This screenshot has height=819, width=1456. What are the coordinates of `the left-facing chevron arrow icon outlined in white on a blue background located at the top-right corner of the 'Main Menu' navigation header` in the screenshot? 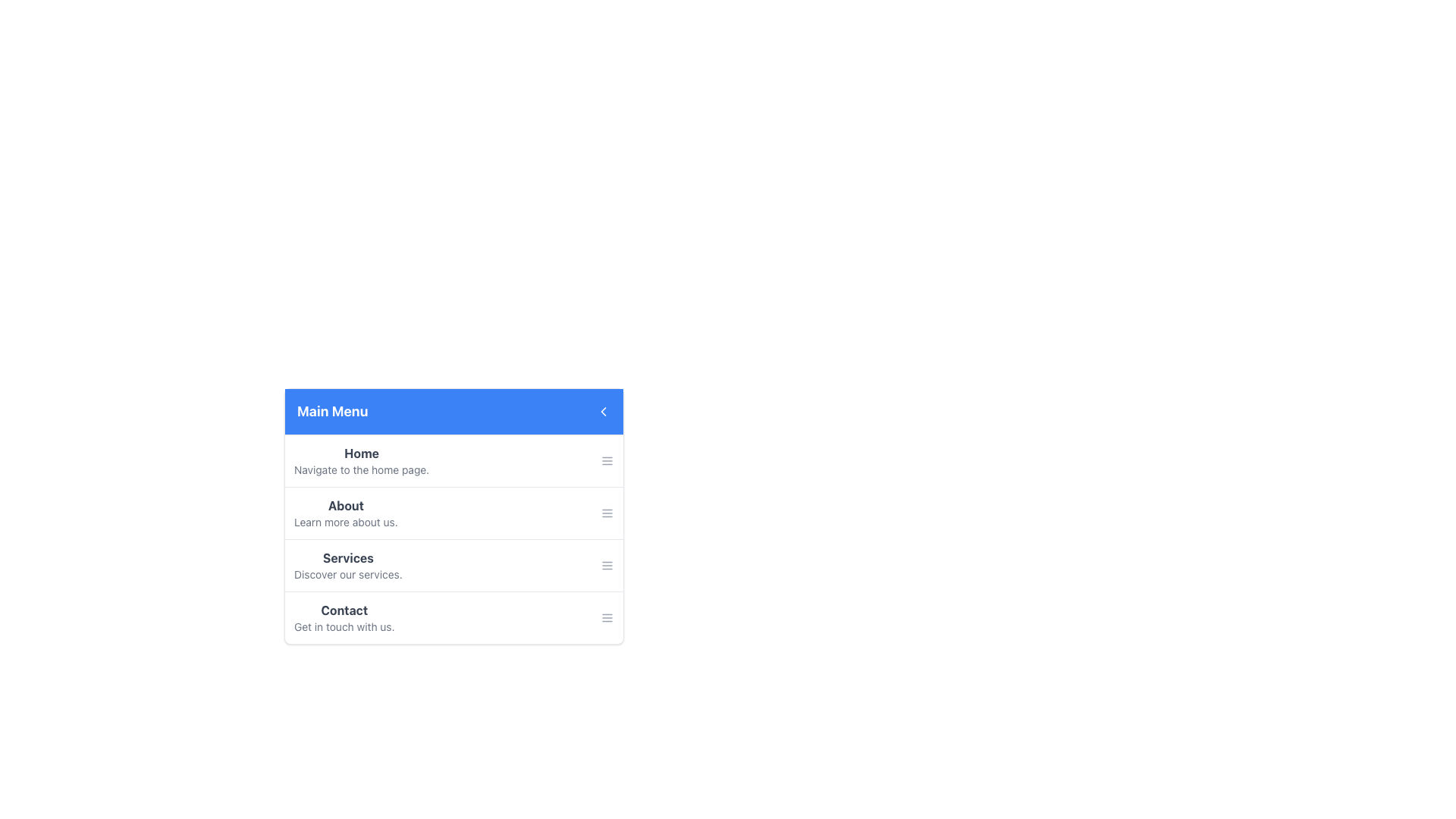 It's located at (603, 412).